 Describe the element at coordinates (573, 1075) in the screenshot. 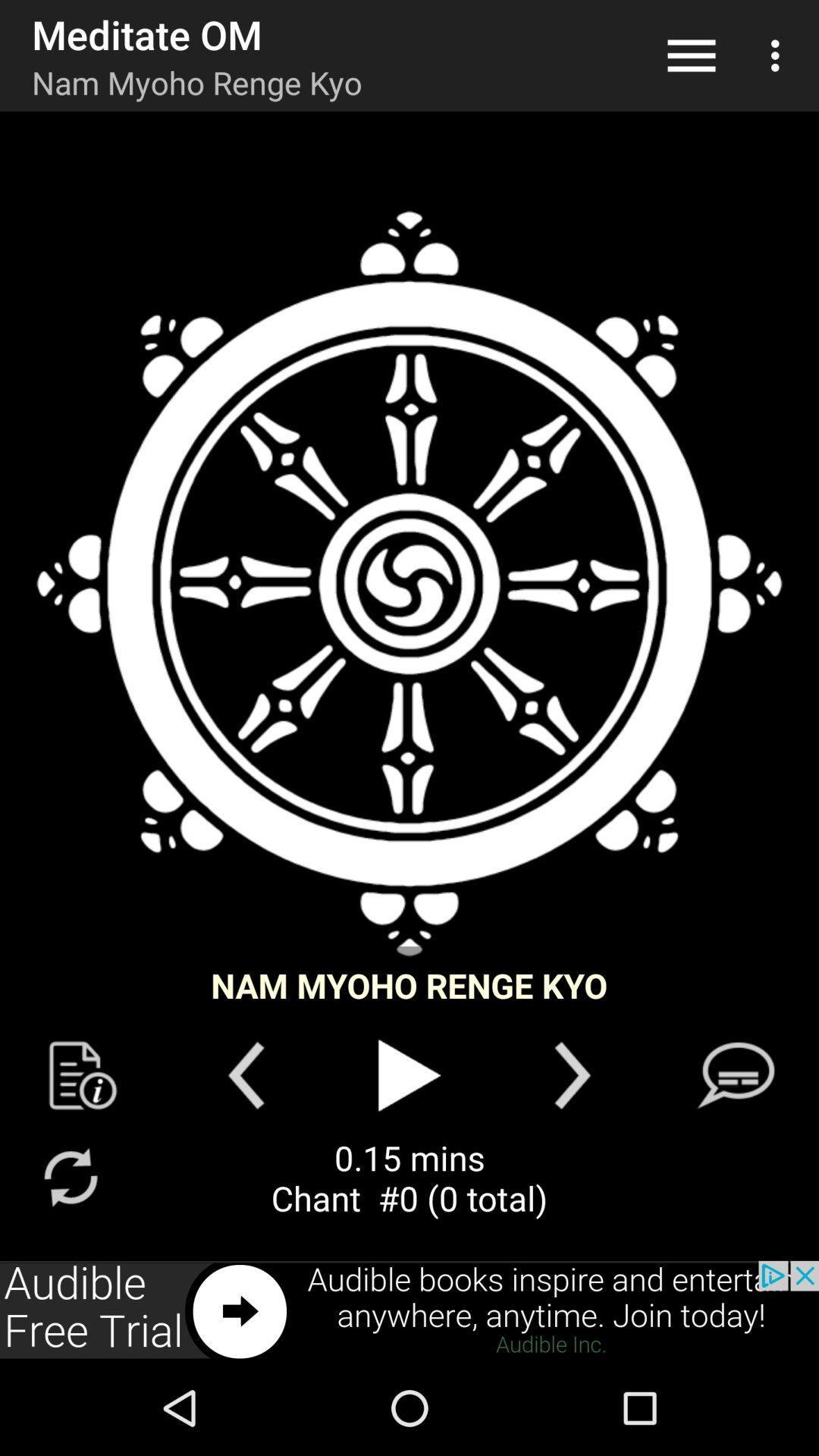

I see `next song play` at that location.